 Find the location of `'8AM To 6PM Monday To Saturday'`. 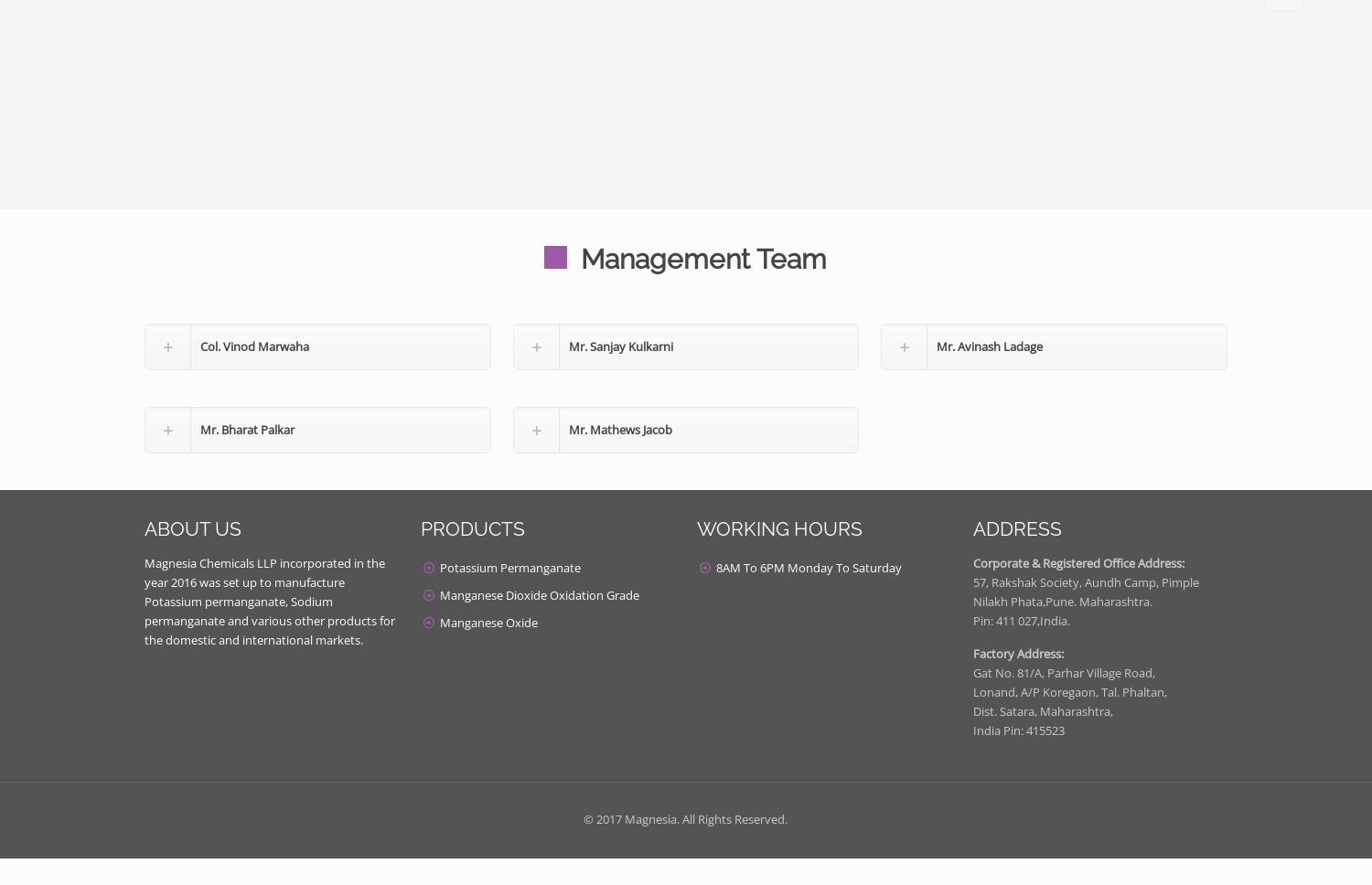

'8AM To 6PM Monday To Saturday' is located at coordinates (809, 566).